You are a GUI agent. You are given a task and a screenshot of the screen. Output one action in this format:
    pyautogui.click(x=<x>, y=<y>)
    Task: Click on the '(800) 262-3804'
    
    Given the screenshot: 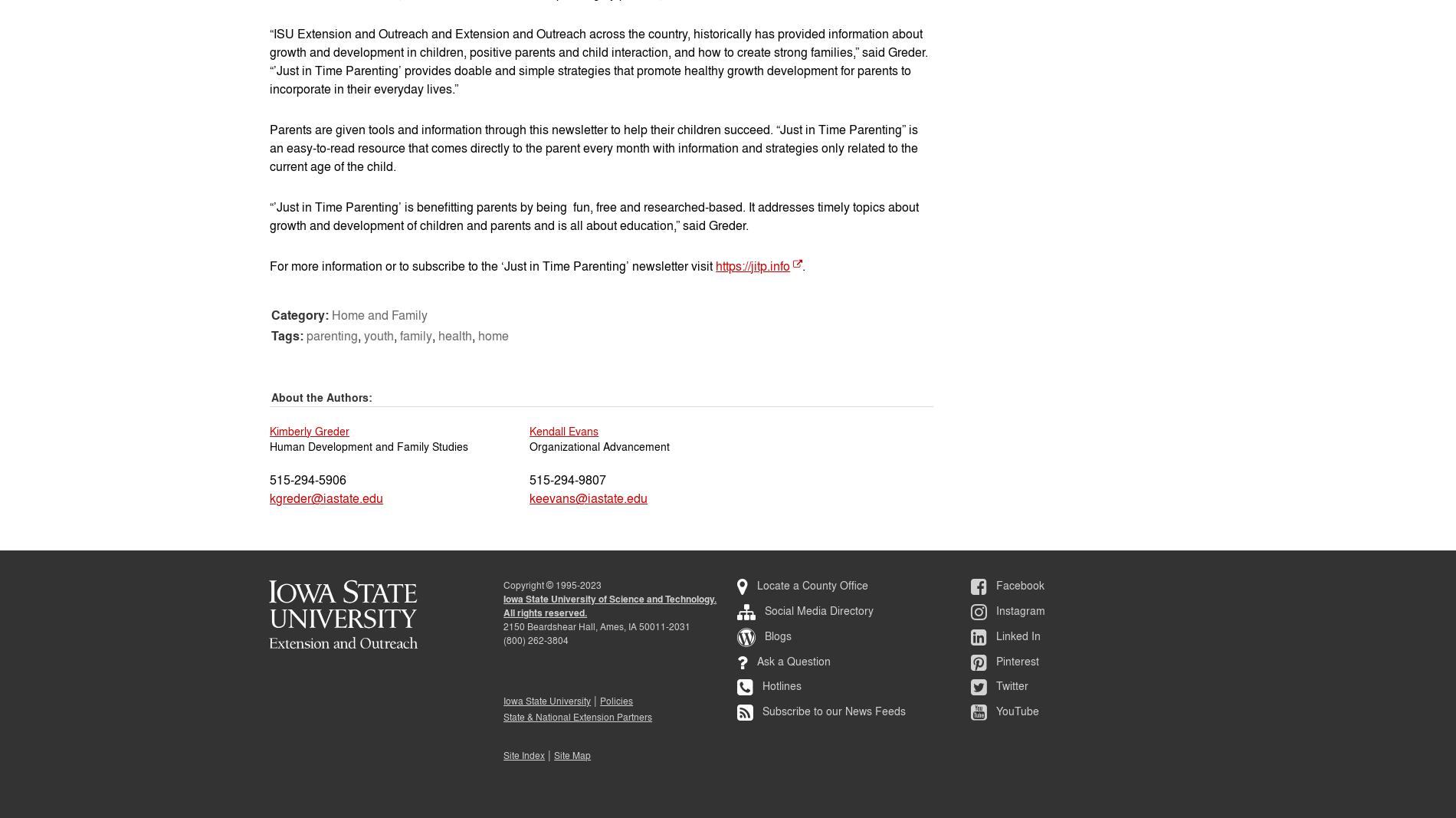 What is the action you would take?
    pyautogui.click(x=536, y=639)
    